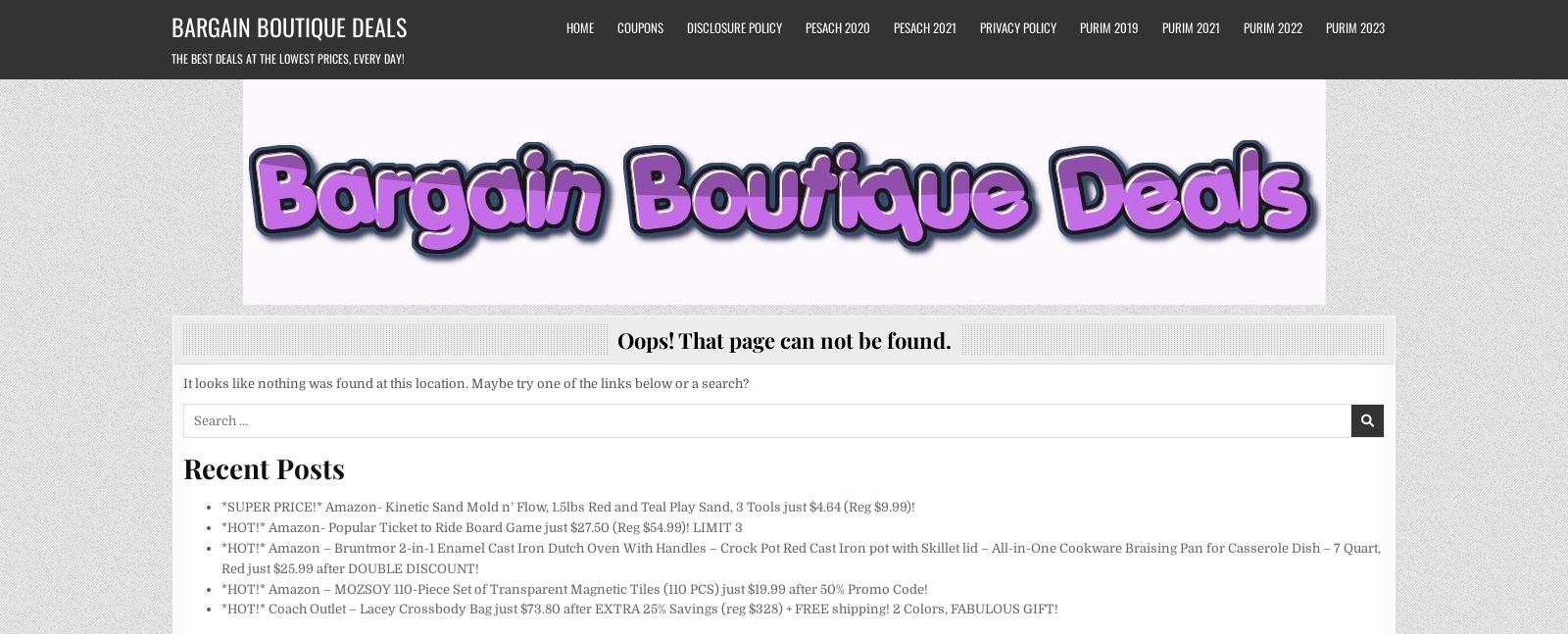 The image size is (1568, 634). What do you see at coordinates (481, 526) in the screenshot?
I see `'*HOT!* Amazon- Popular Ticket to Ride Board Game just $27.50 (Reg $54.99)! LIMIT 3'` at bounding box center [481, 526].